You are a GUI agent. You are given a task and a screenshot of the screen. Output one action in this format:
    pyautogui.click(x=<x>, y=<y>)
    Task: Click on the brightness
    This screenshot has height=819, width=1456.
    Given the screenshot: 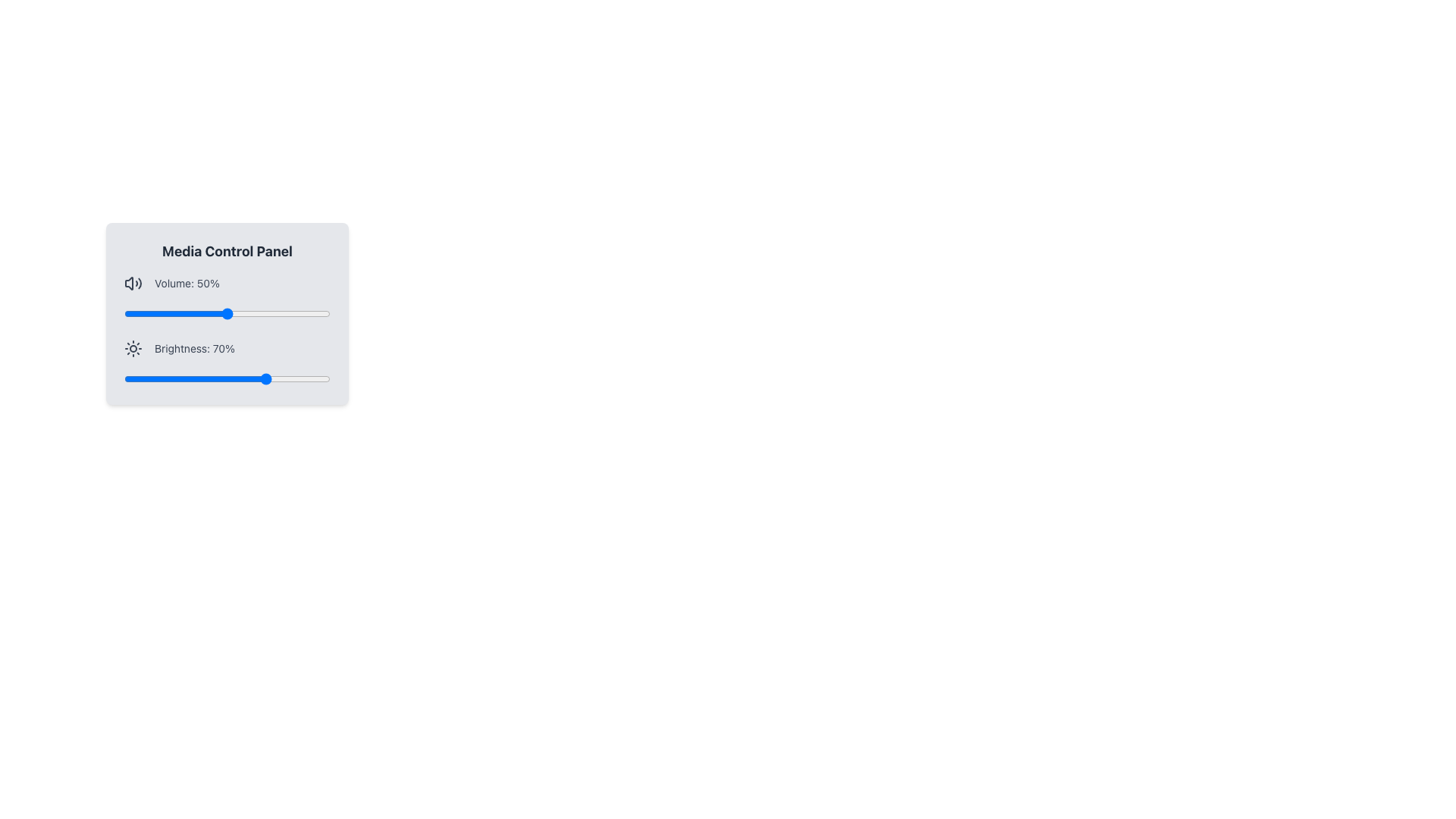 What is the action you would take?
    pyautogui.click(x=180, y=378)
    